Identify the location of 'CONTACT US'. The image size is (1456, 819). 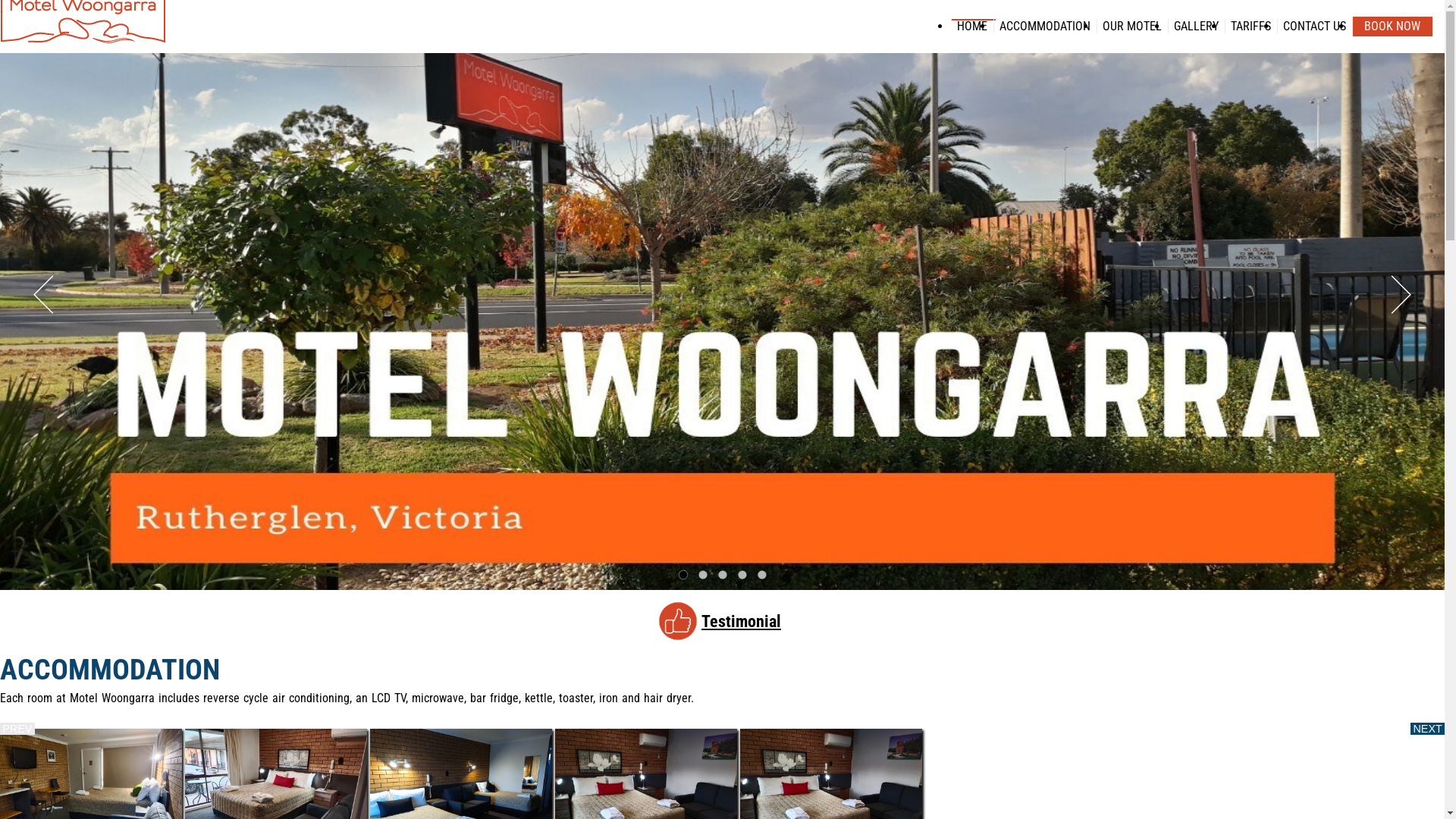
(1313, 26).